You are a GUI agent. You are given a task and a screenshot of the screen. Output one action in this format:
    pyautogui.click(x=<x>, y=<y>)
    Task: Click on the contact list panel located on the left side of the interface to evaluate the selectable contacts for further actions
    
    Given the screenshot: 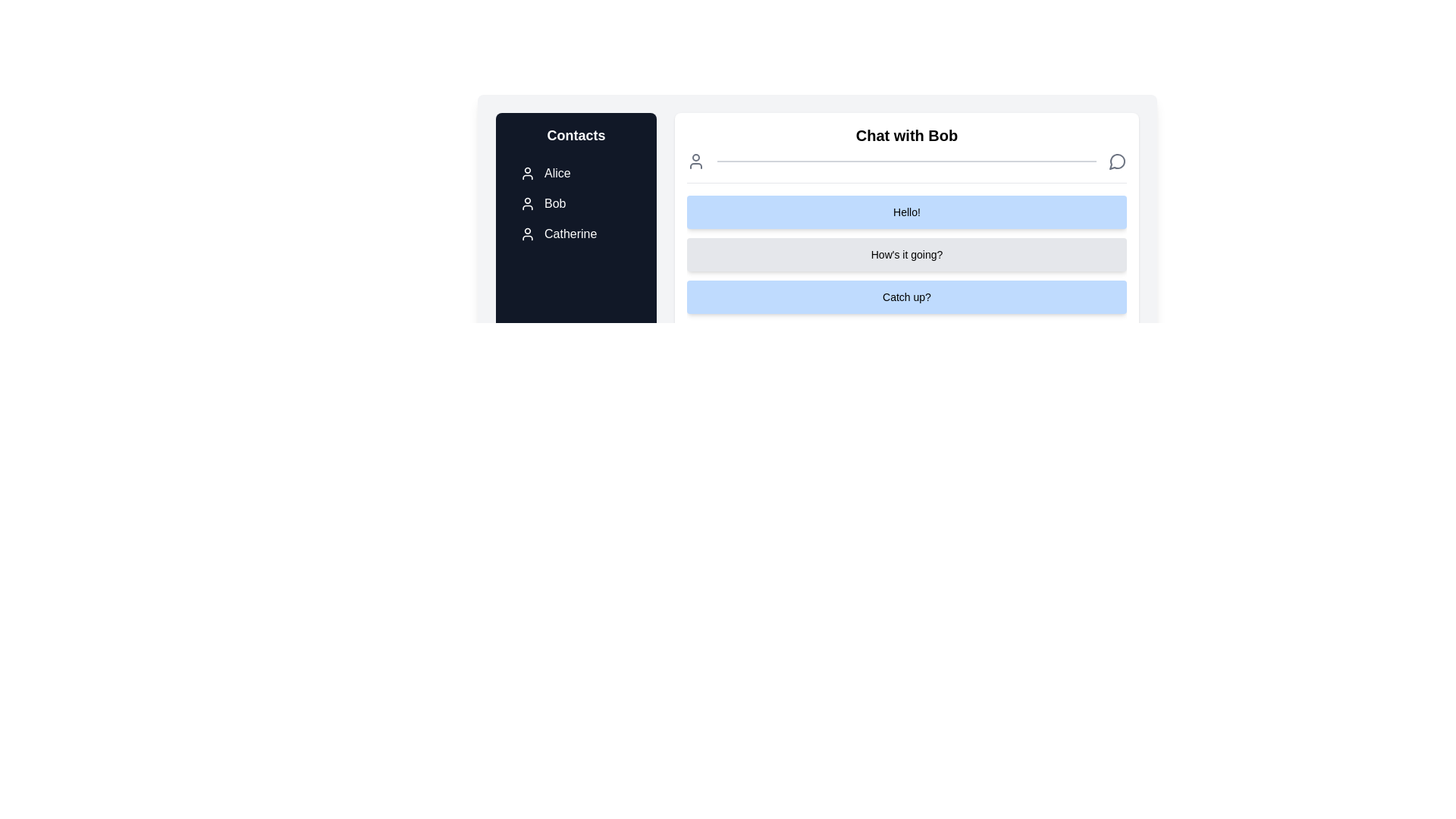 What is the action you would take?
    pyautogui.click(x=575, y=254)
    